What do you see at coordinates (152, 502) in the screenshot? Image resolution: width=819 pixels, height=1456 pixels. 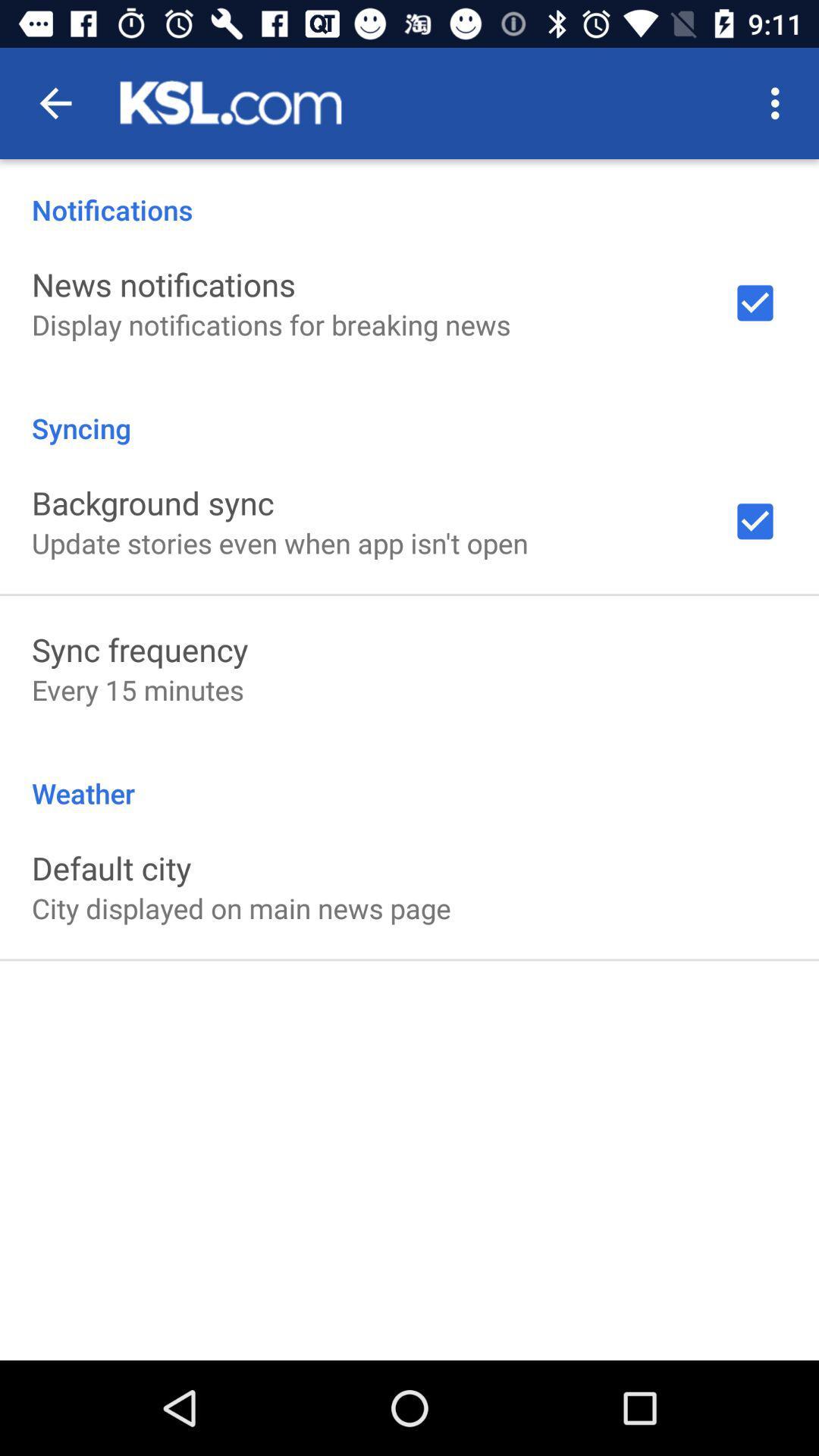 I see `item below syncing item` at bounding box center [152, 502].